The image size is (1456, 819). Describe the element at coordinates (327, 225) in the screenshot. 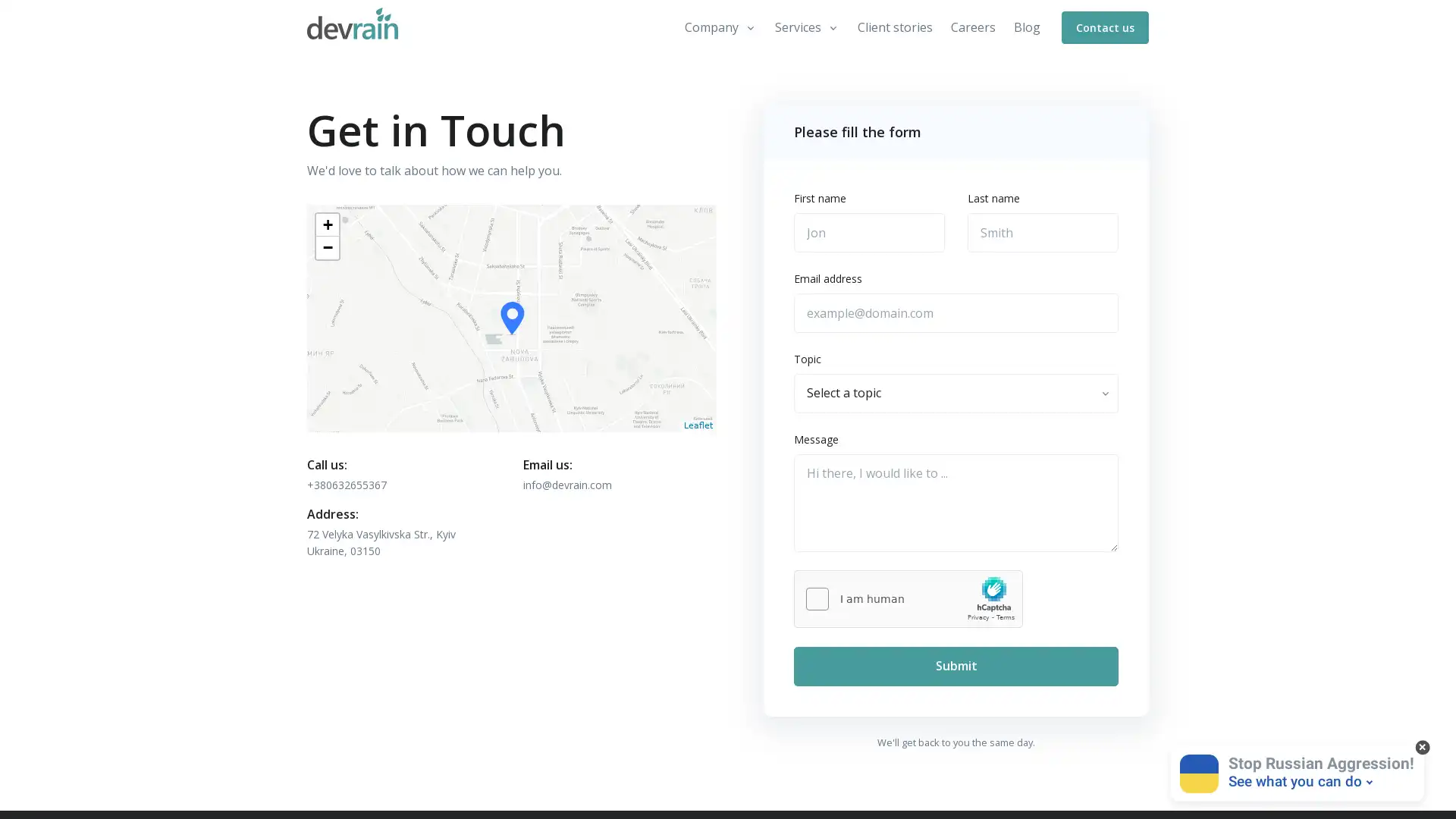

I see `Zoom in` at that location.